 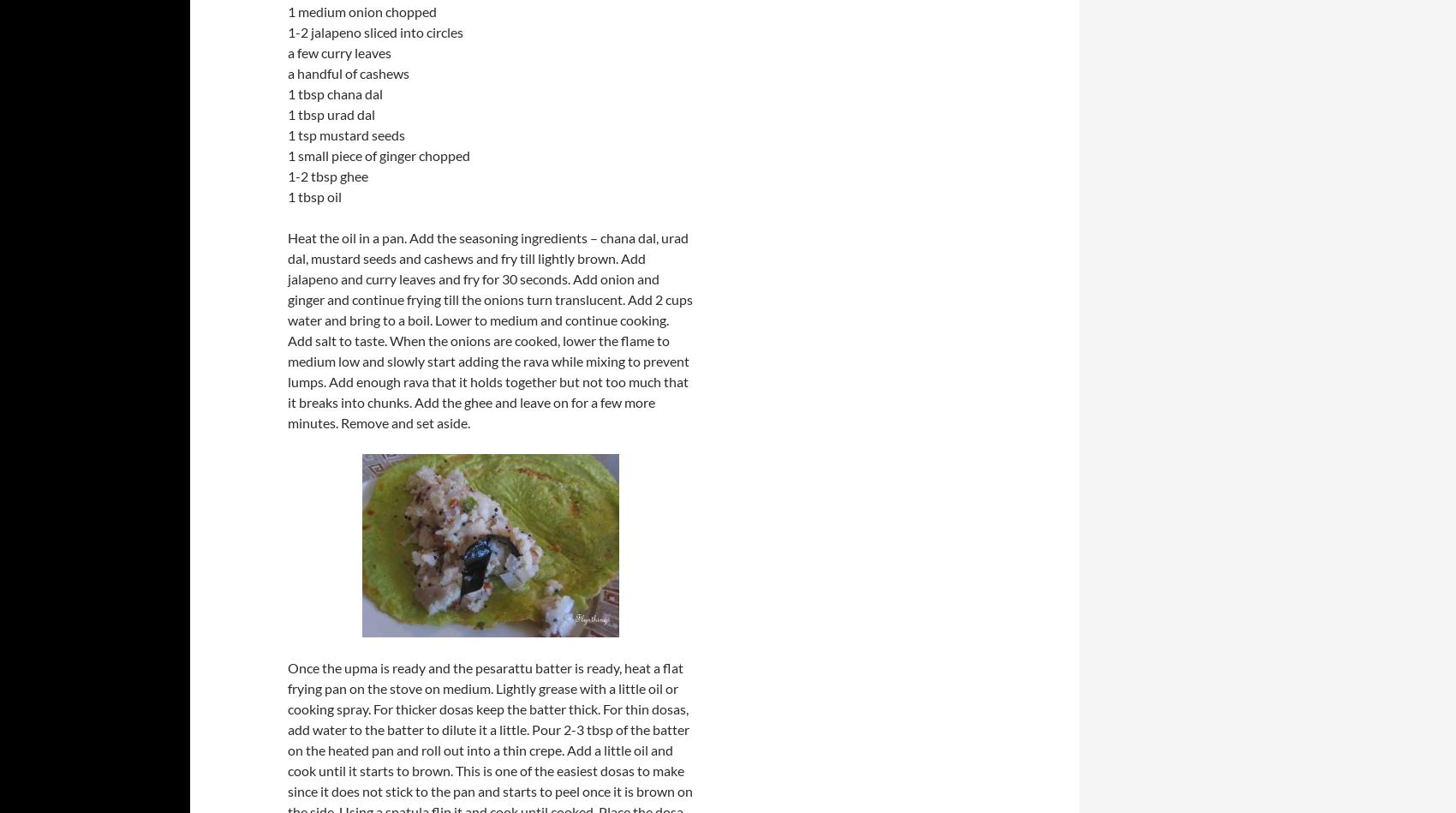 I want to click on 'a few curry leaves', so click(x=338, y=52).